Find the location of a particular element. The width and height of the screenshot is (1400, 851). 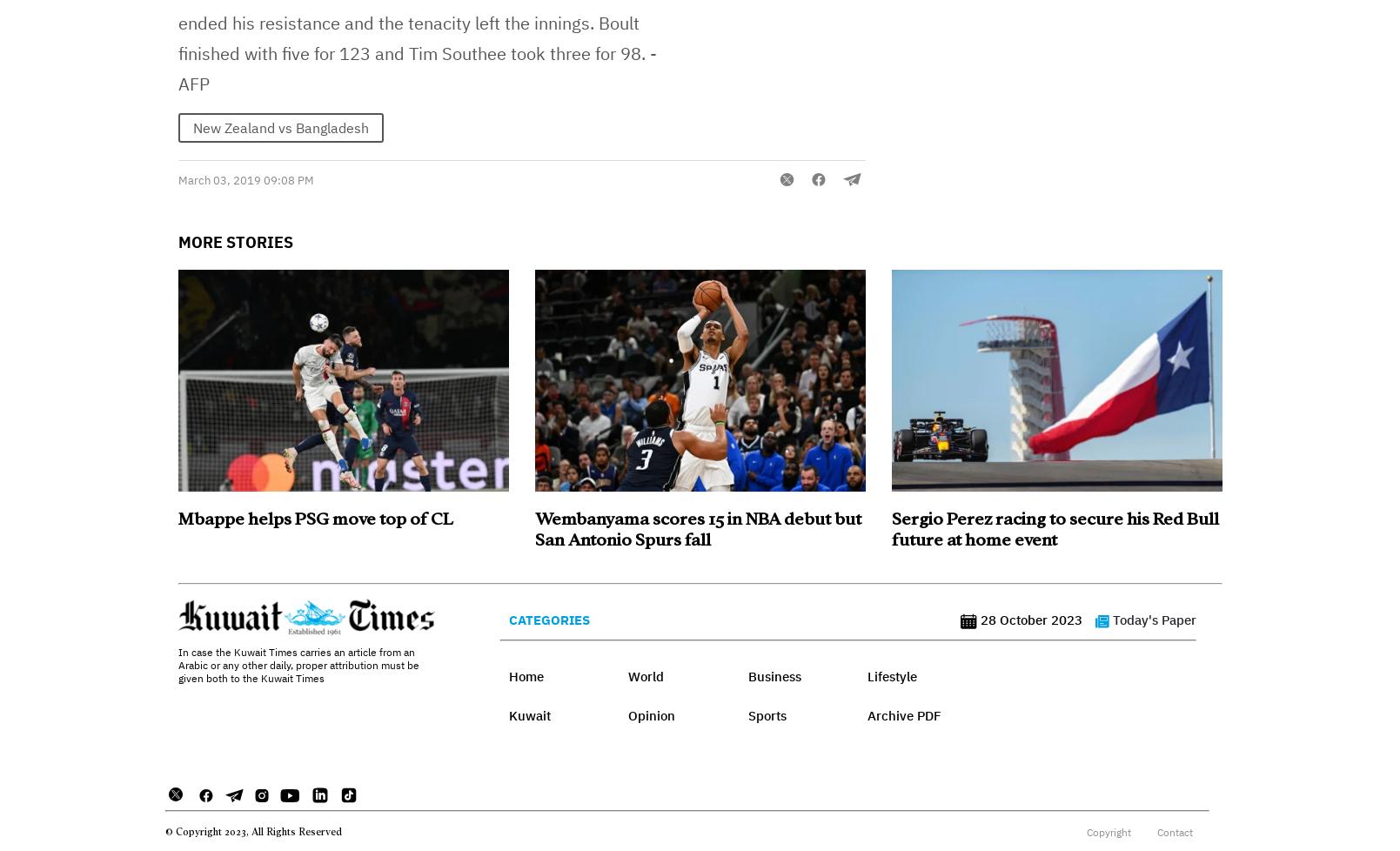

'March 03, 2019 09:08 PM' is located at coordinates (244, 180).